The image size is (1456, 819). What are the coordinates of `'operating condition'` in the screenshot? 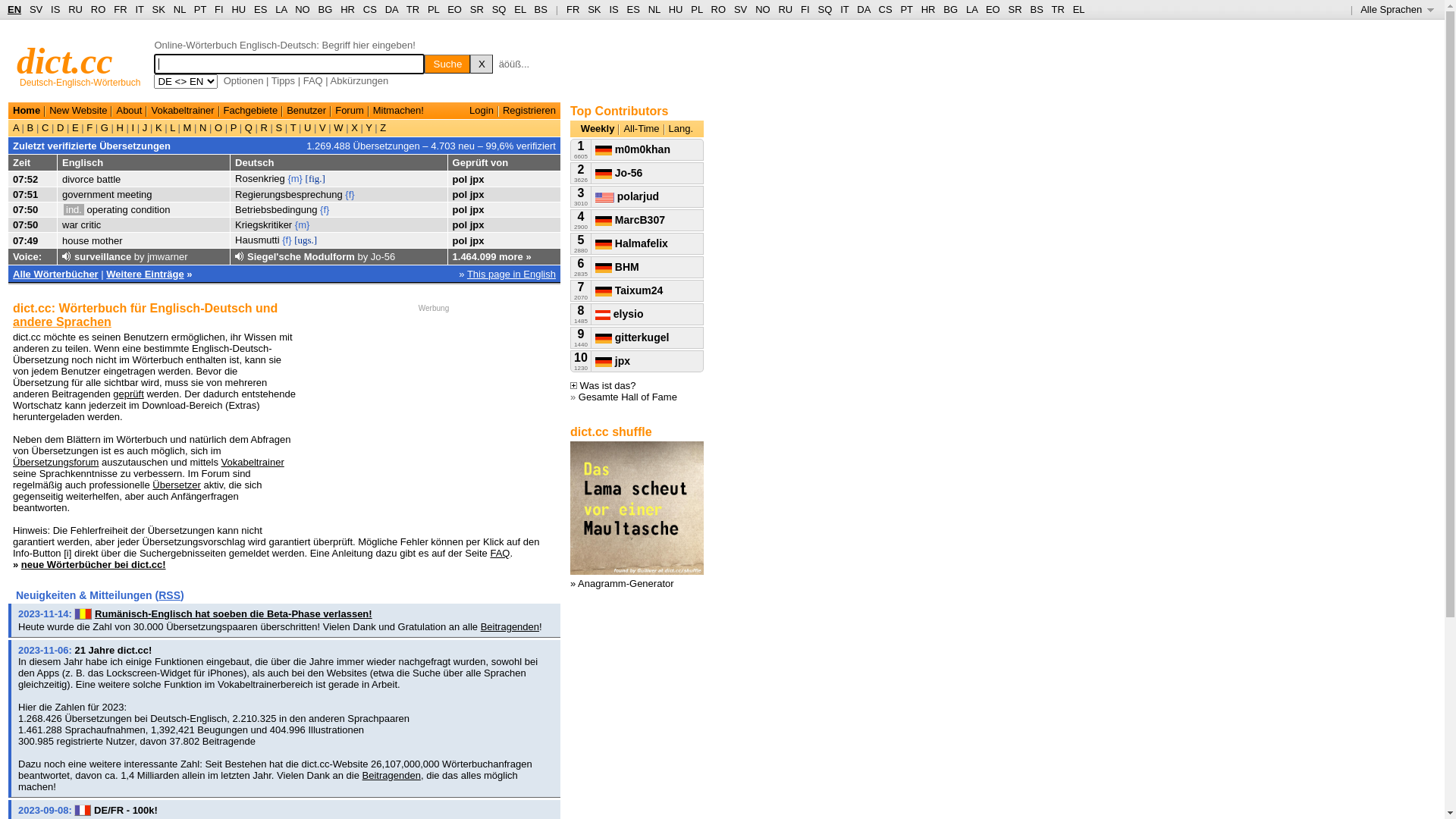 It's located at (128, 209).